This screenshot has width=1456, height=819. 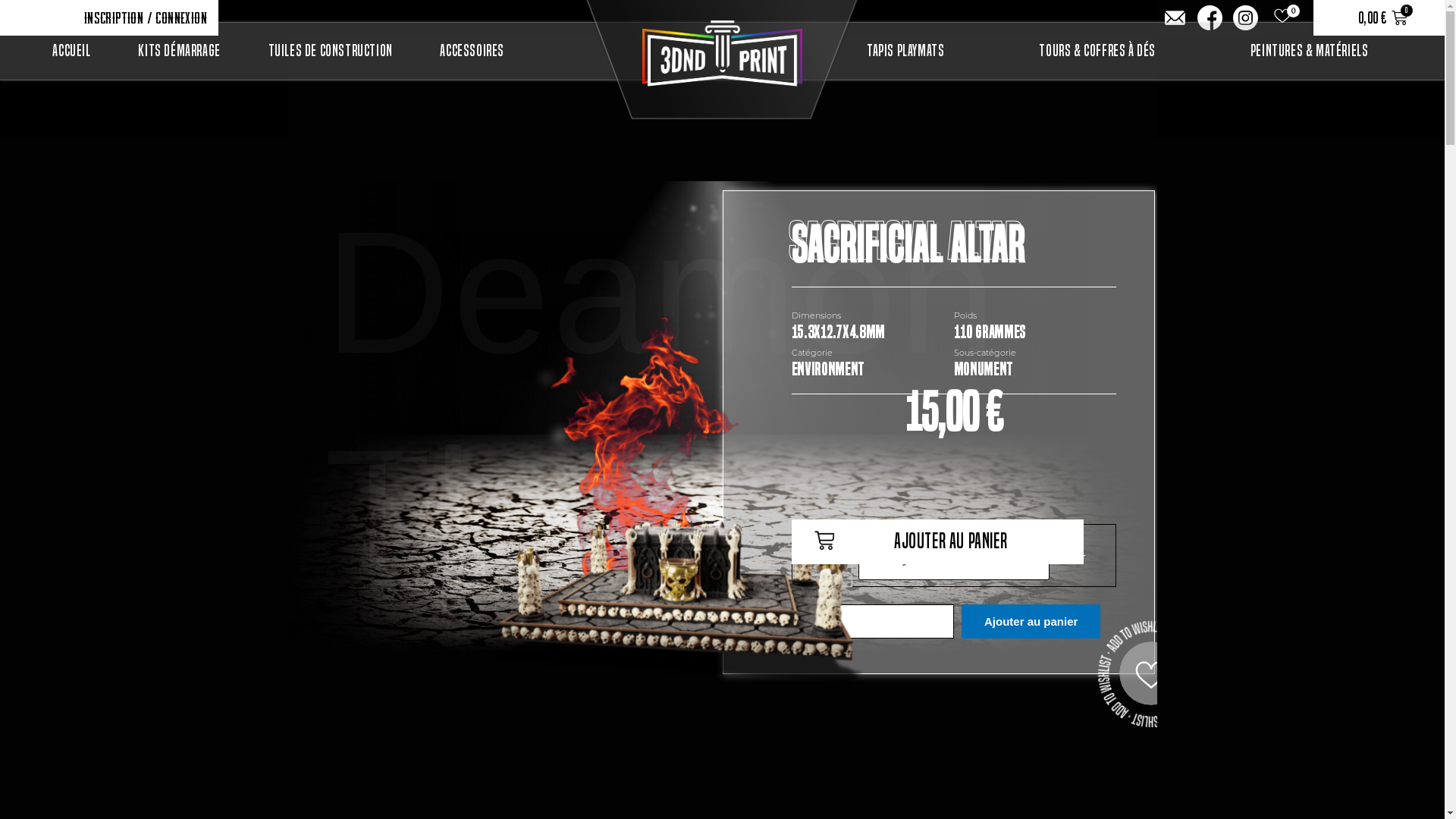 I want to click on 'Ajouter au panier', so click(x=937, y=541).